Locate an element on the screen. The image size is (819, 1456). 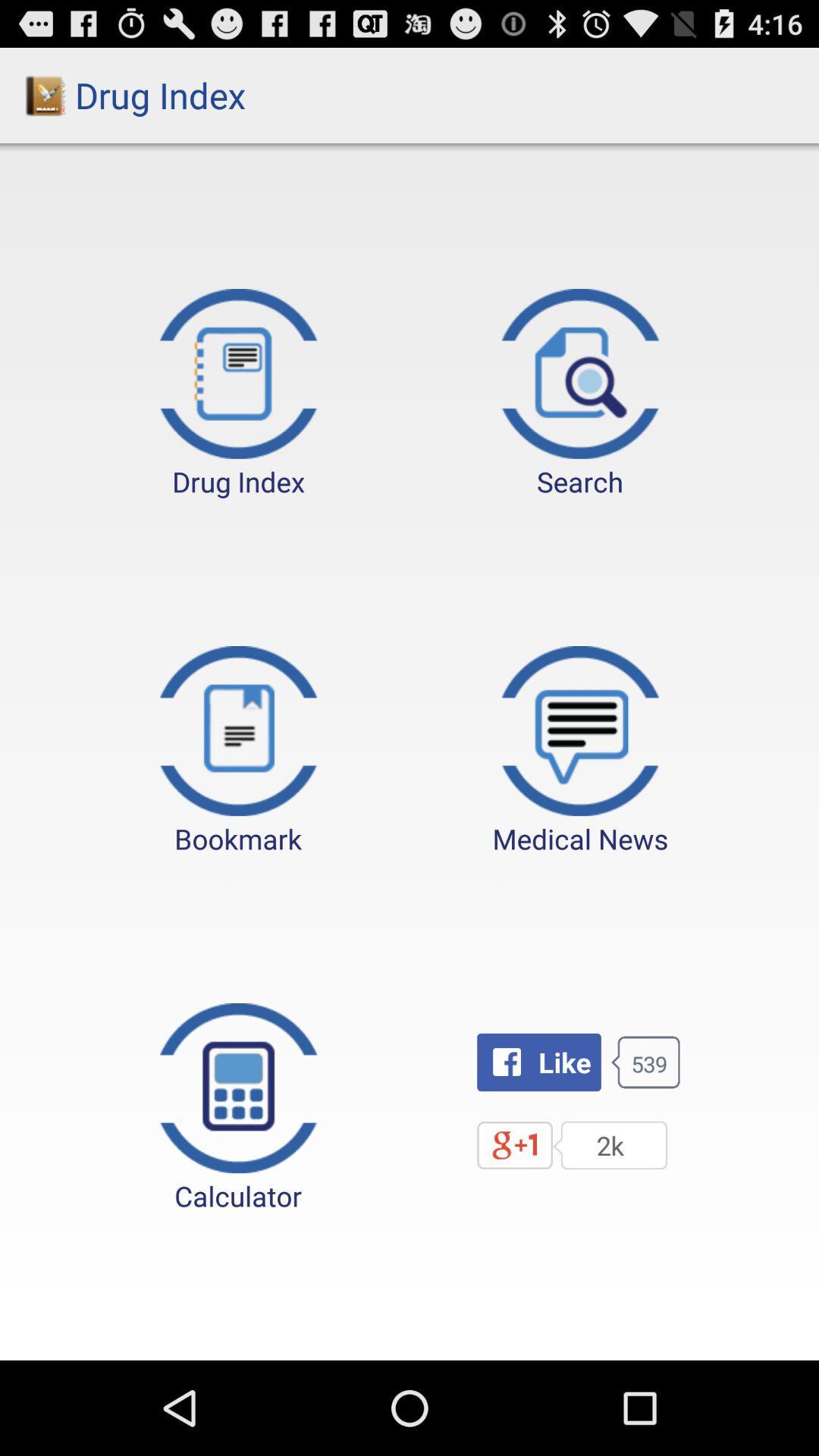
calculator button is located at coordinates (238, 1109).